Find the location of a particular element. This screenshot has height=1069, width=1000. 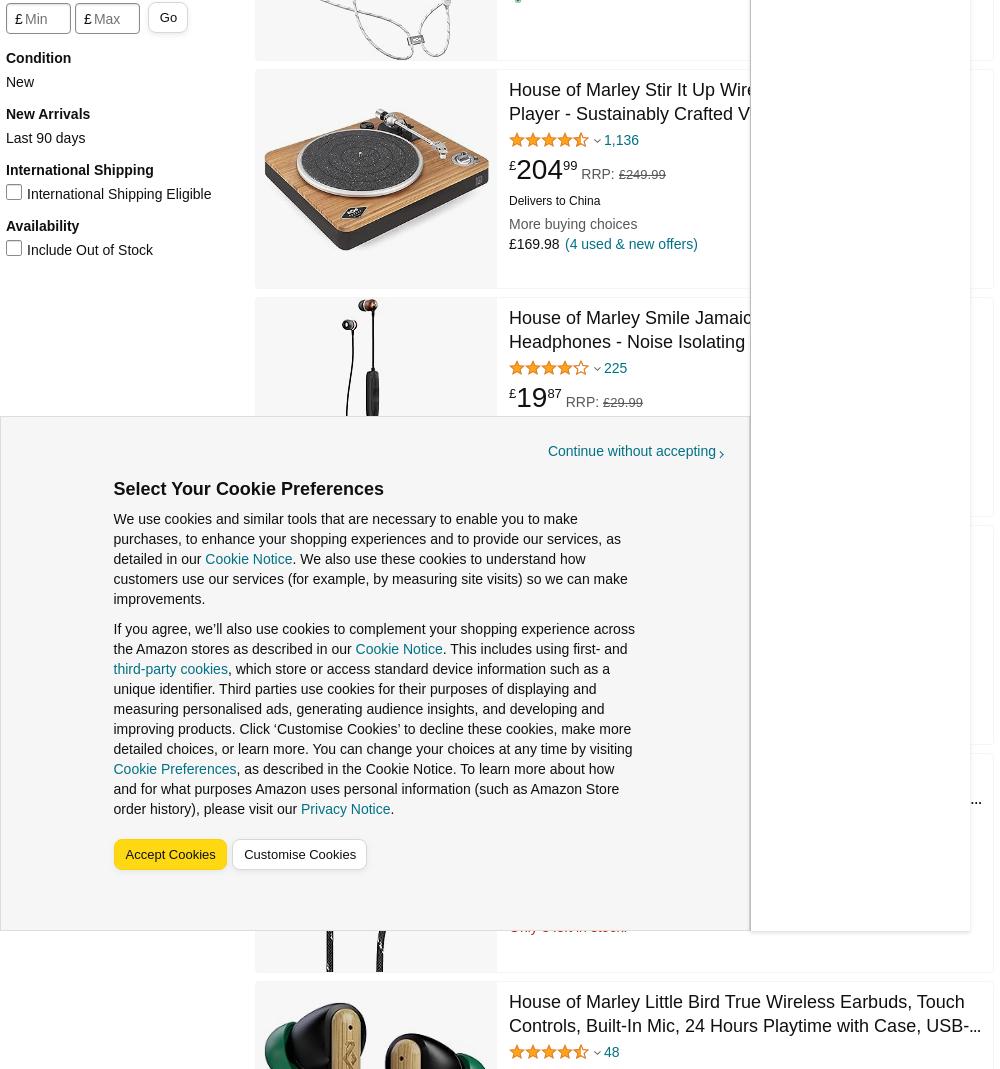

'4.3 out of 5 stars' is located at coordinates (539, 146).